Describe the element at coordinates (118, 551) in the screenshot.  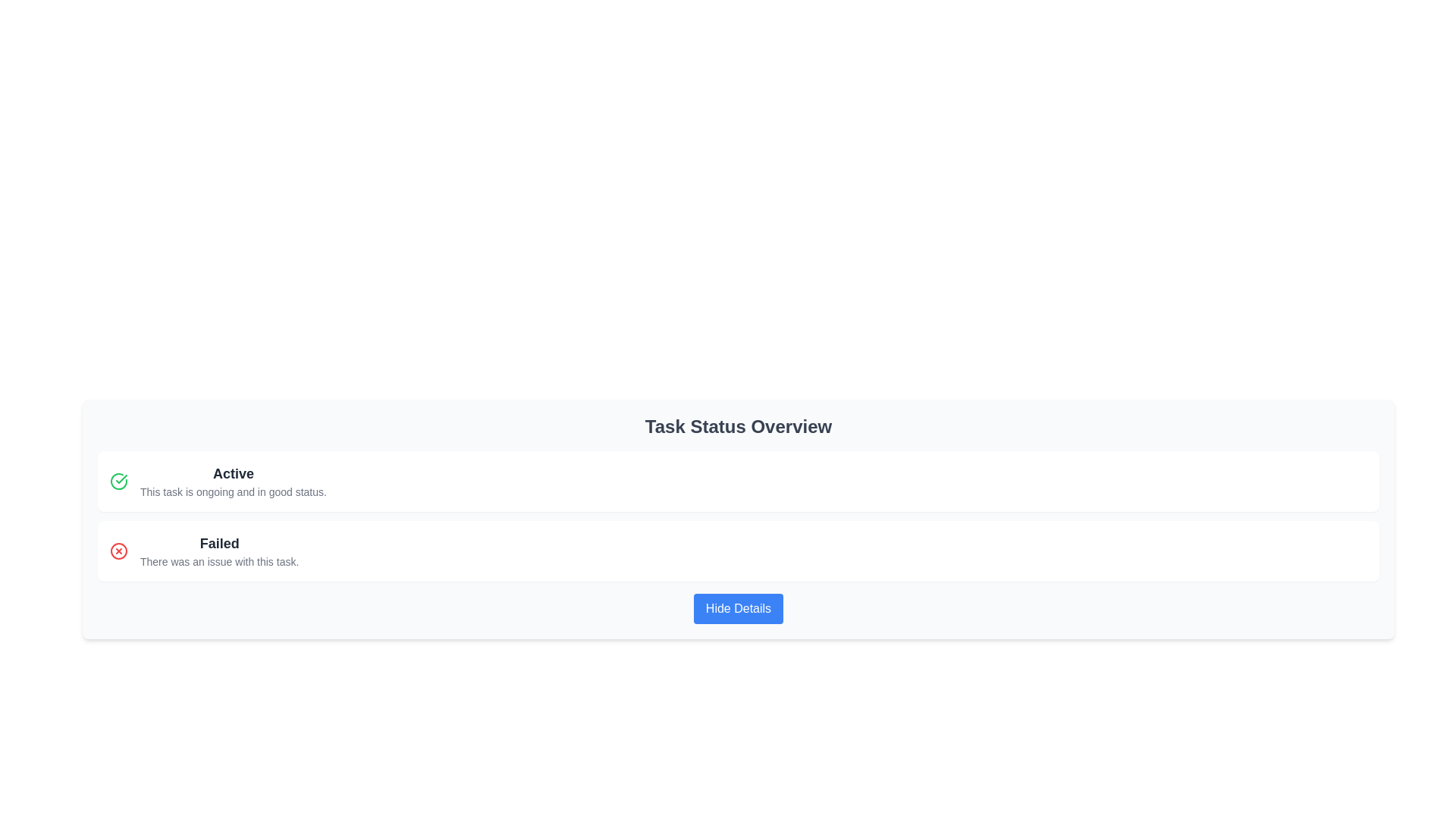
I see `the red circular SVG graphic with a cross that indicates a failed status in the 'Task Status Overview' section, located near the text 'Failed'` at that location.